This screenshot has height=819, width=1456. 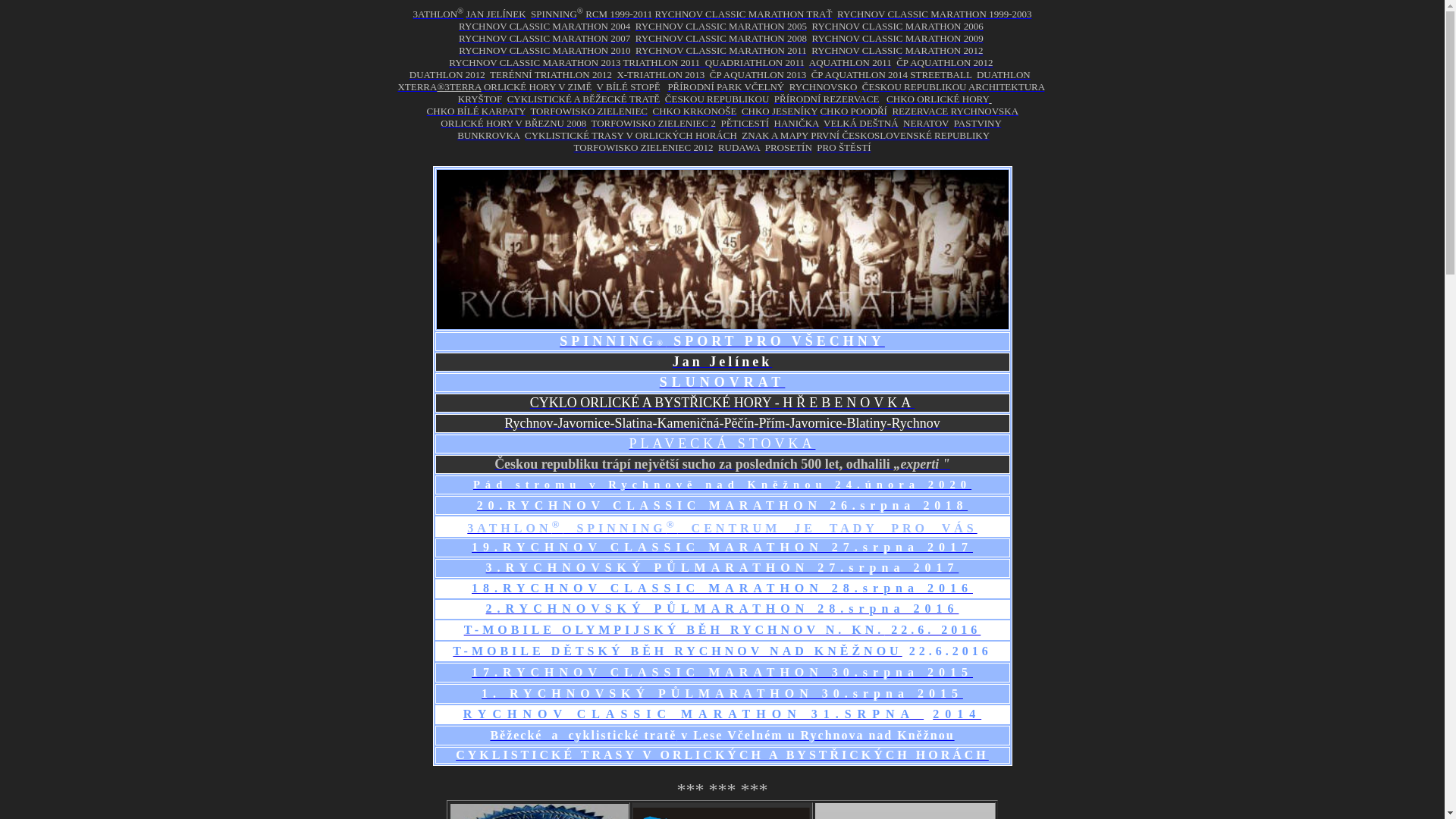 I want to click on 'RYCHNOV CLASSIC MARATHON 2004', so click(x=544, y=26).